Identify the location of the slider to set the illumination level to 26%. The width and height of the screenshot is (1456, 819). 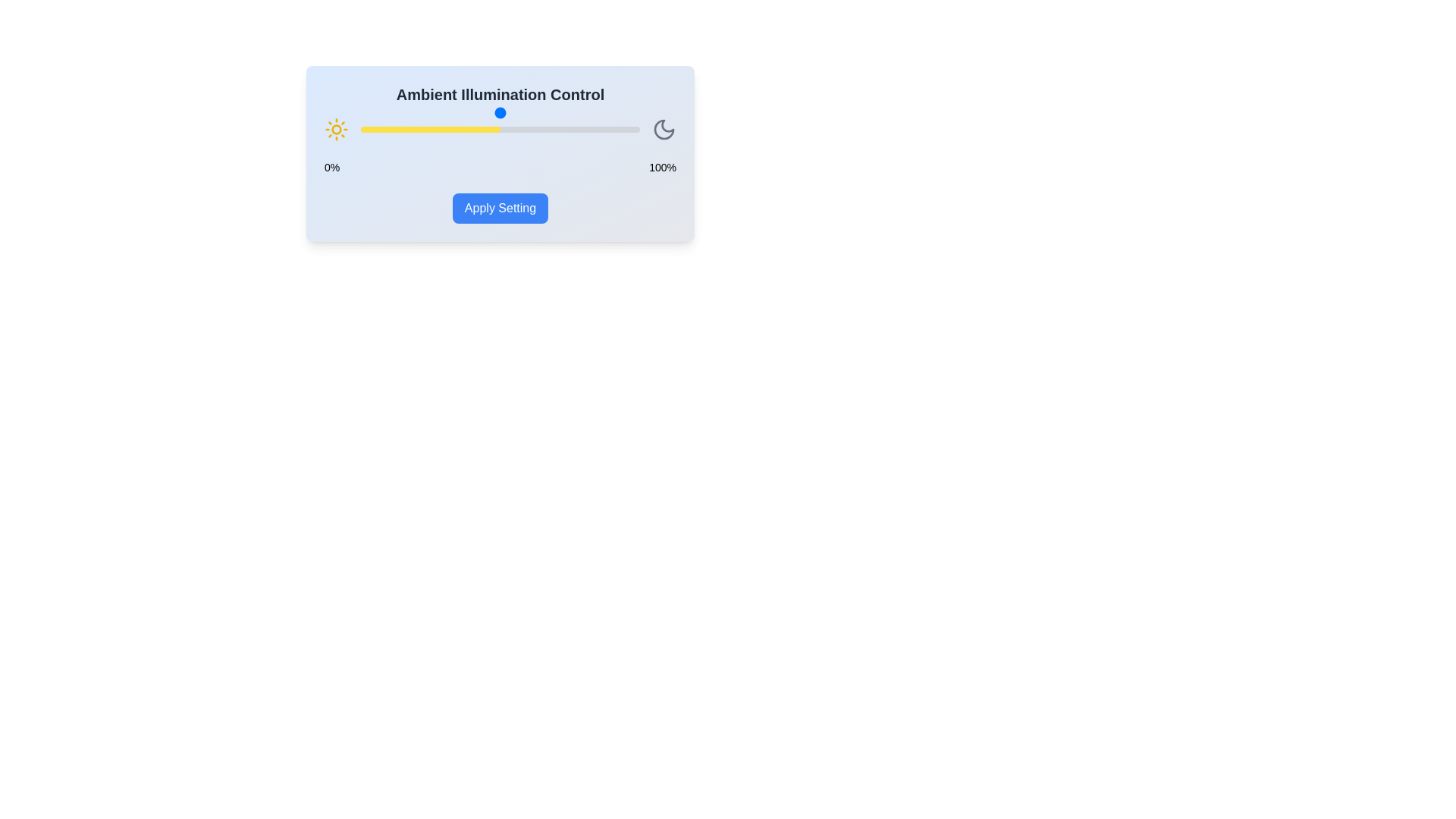
(432, 128).